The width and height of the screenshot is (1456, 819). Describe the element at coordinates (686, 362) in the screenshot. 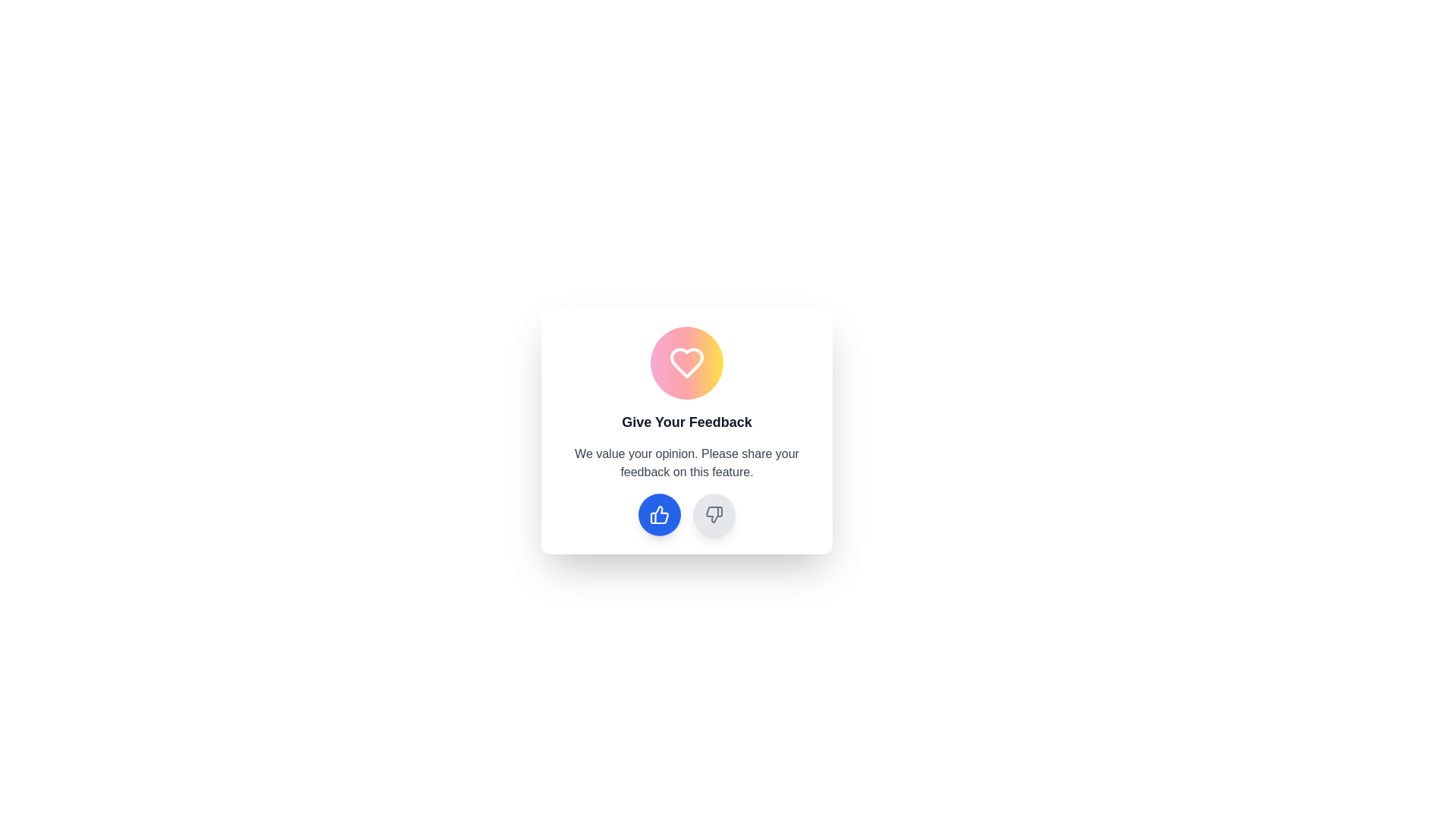

I see `the heart-shaped Decorative Icon at the top center of the 'Give Your Feedback' modal interface, which is styled with a gradient fill transitioning from pink to orange` at that location.